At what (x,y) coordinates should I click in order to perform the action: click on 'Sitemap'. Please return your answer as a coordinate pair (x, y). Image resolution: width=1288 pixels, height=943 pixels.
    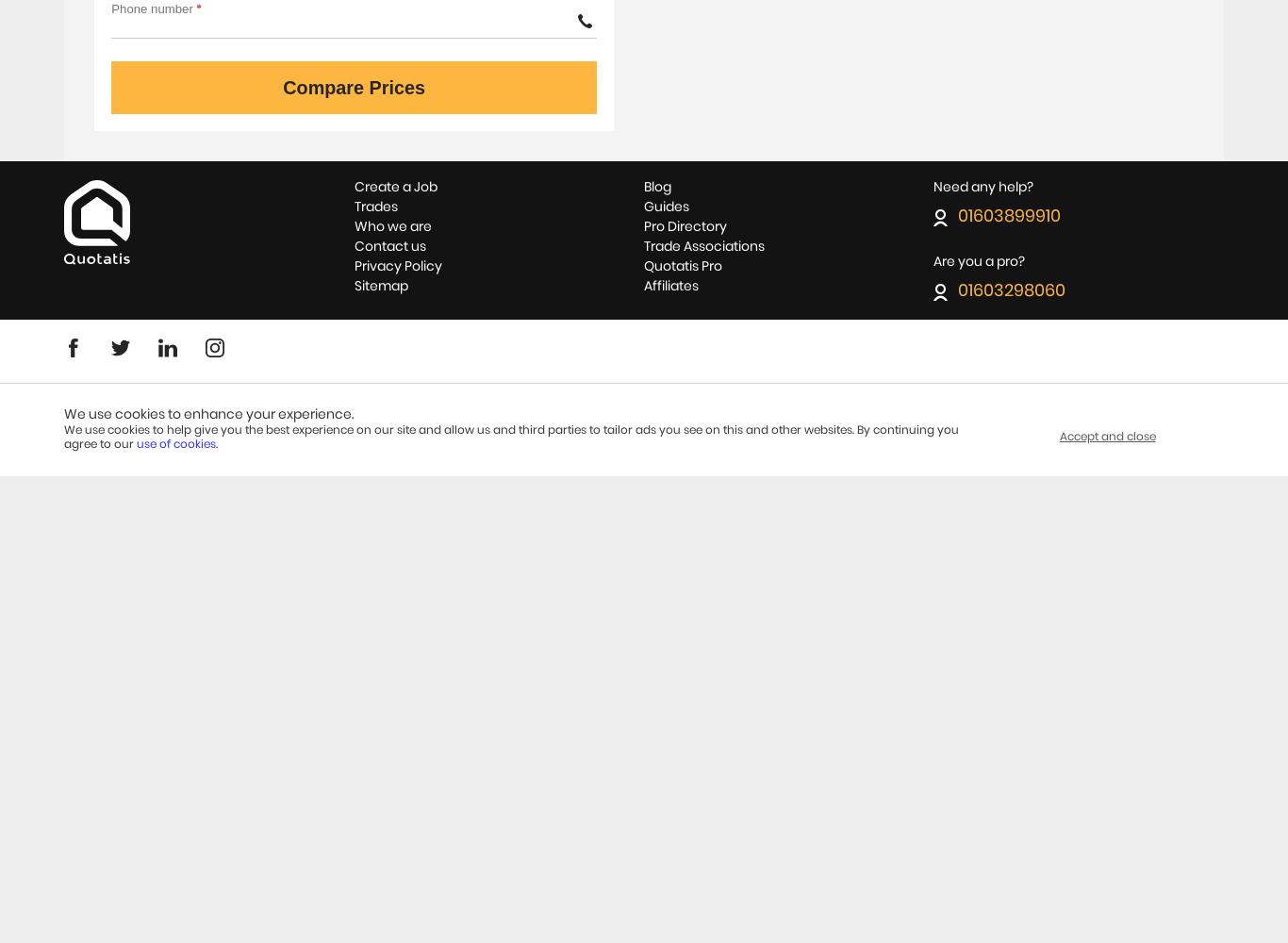
    Looking at the image, I should click on (352, 286).